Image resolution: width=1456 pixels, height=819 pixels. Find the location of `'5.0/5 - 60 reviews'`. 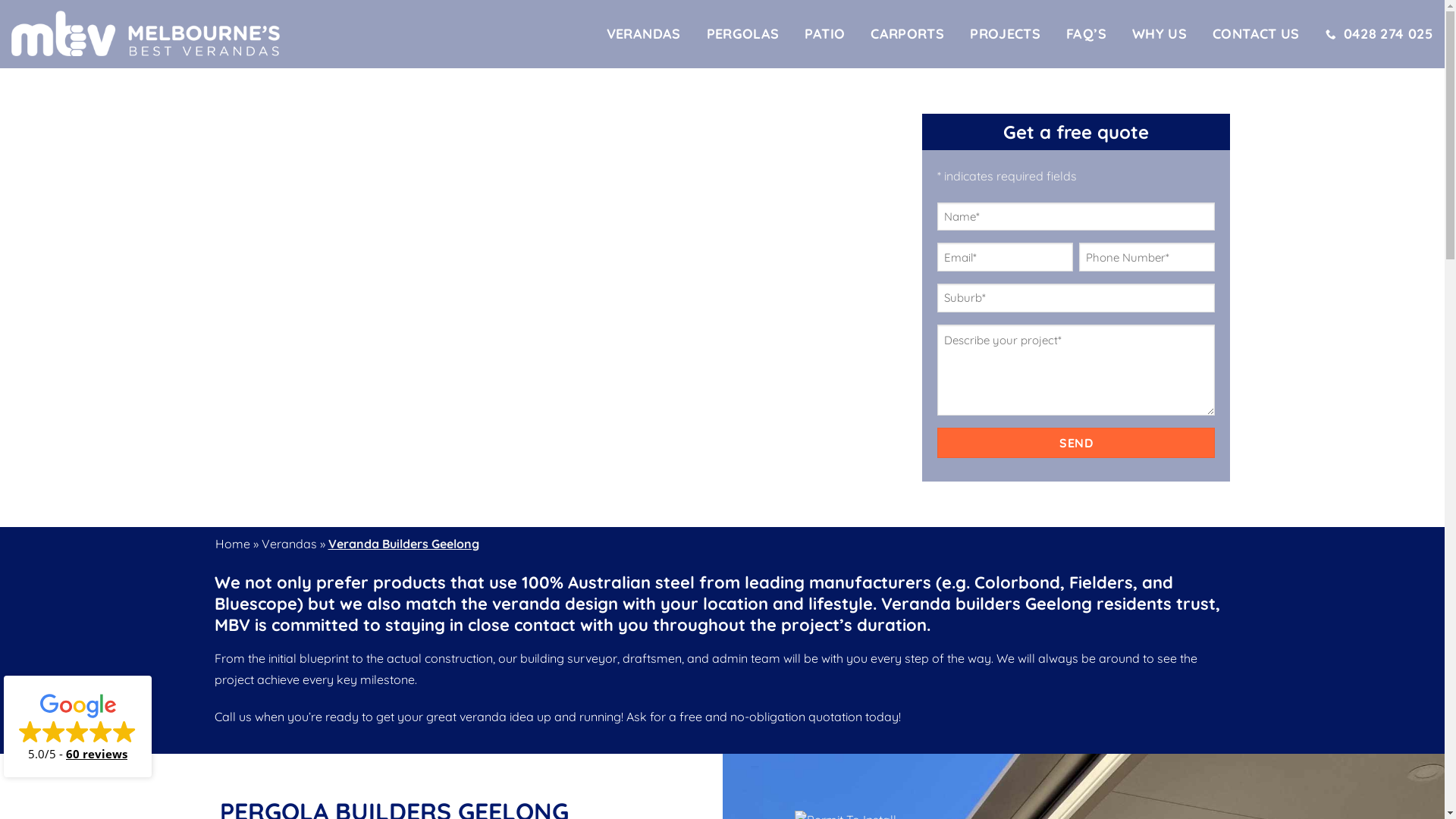

'5.0/5 - 60 reviews' is located at coordinates (77, 725).